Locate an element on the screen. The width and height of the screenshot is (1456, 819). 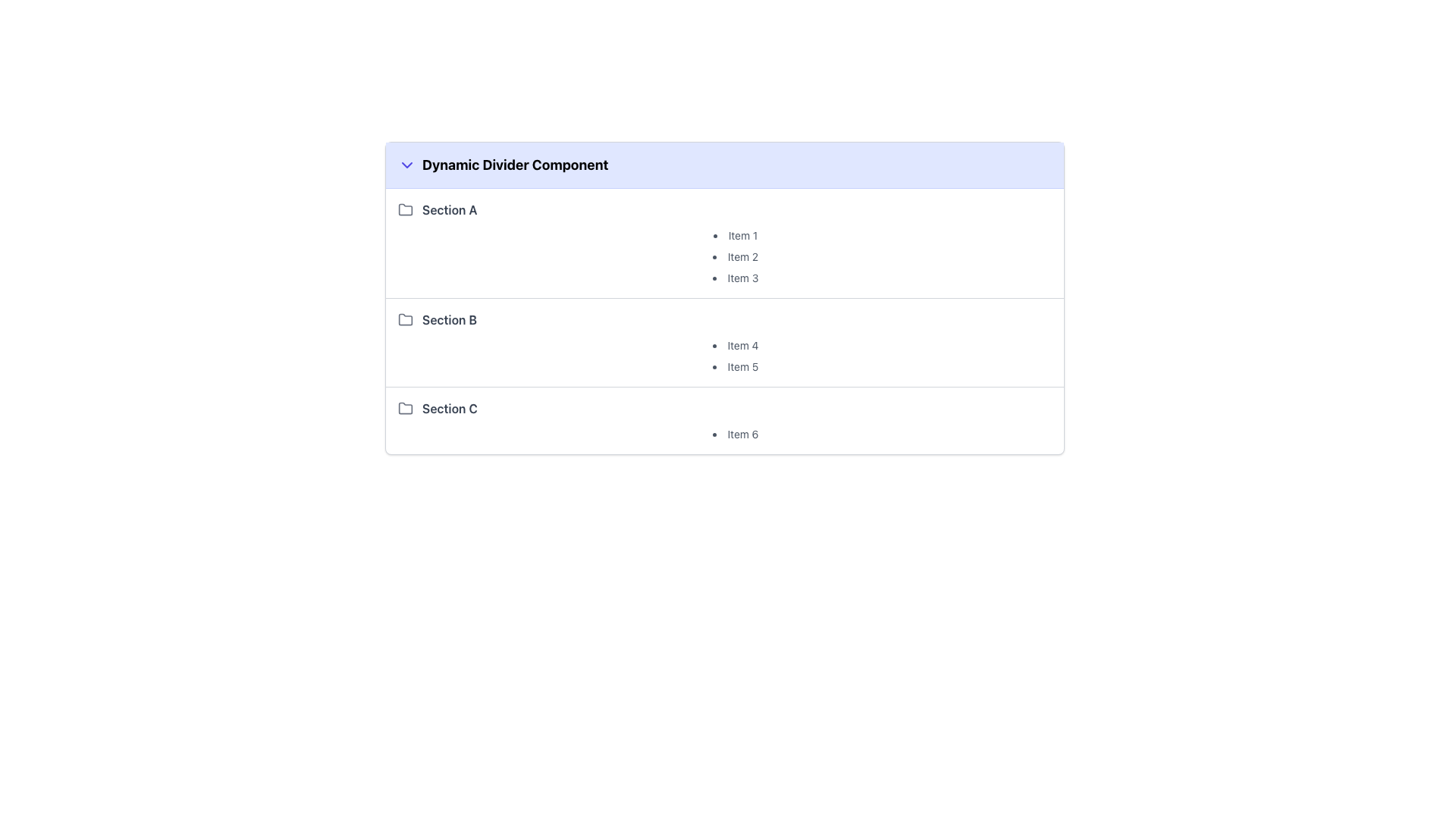
the icon representing 'Section A', which is positioned to the left of the text 'Section A' in the section header group is located at coordinates (405, 210).